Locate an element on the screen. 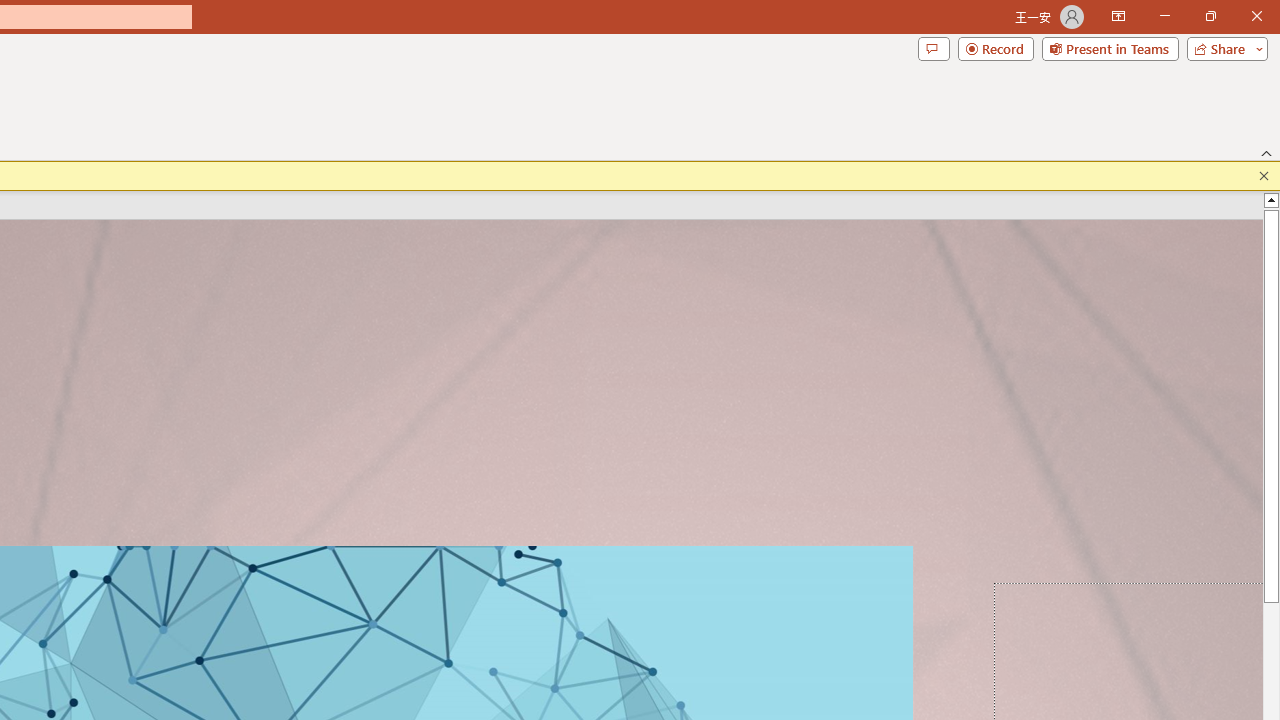 Image resolution: width=1280 pixels, height=720 pixels. 'Close this message' is located at coordinates (1263, 175).